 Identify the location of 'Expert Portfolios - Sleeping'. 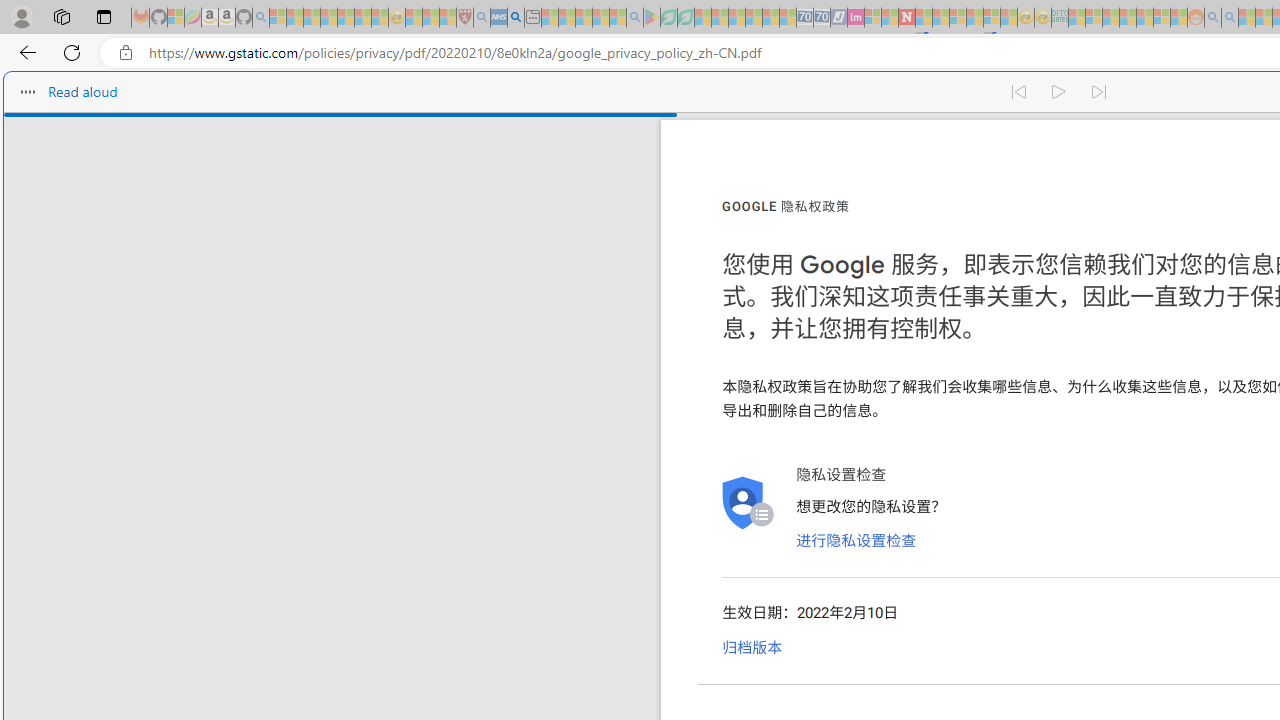
(1128, 17).